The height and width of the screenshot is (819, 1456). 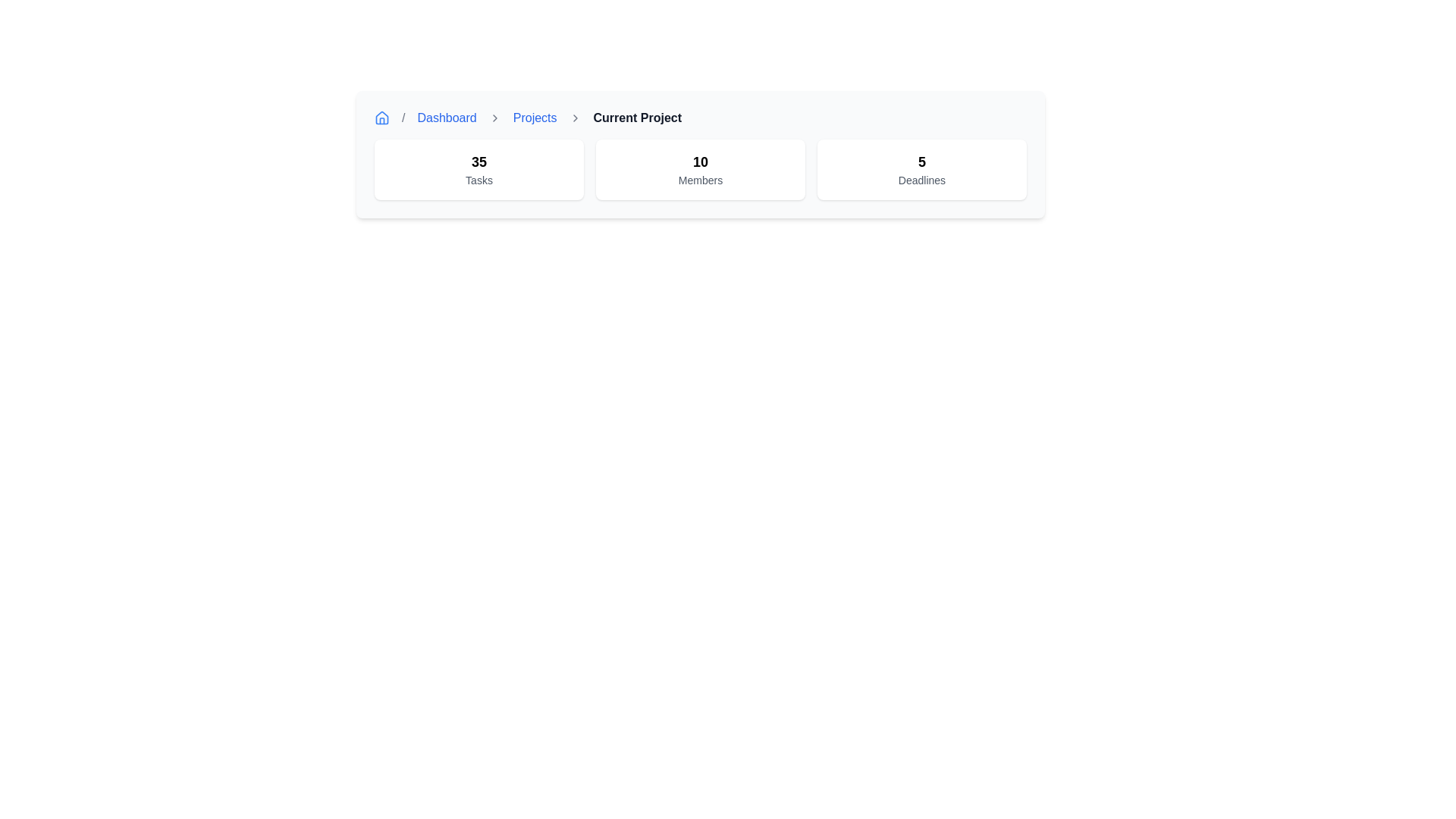 I want to click on the second chevron icon in the breadcrumb navigation bar, which serves as a visual separator and directional indicator, located between the 'Dashboard' and 'Projects' links, so click(x=494, y=117).